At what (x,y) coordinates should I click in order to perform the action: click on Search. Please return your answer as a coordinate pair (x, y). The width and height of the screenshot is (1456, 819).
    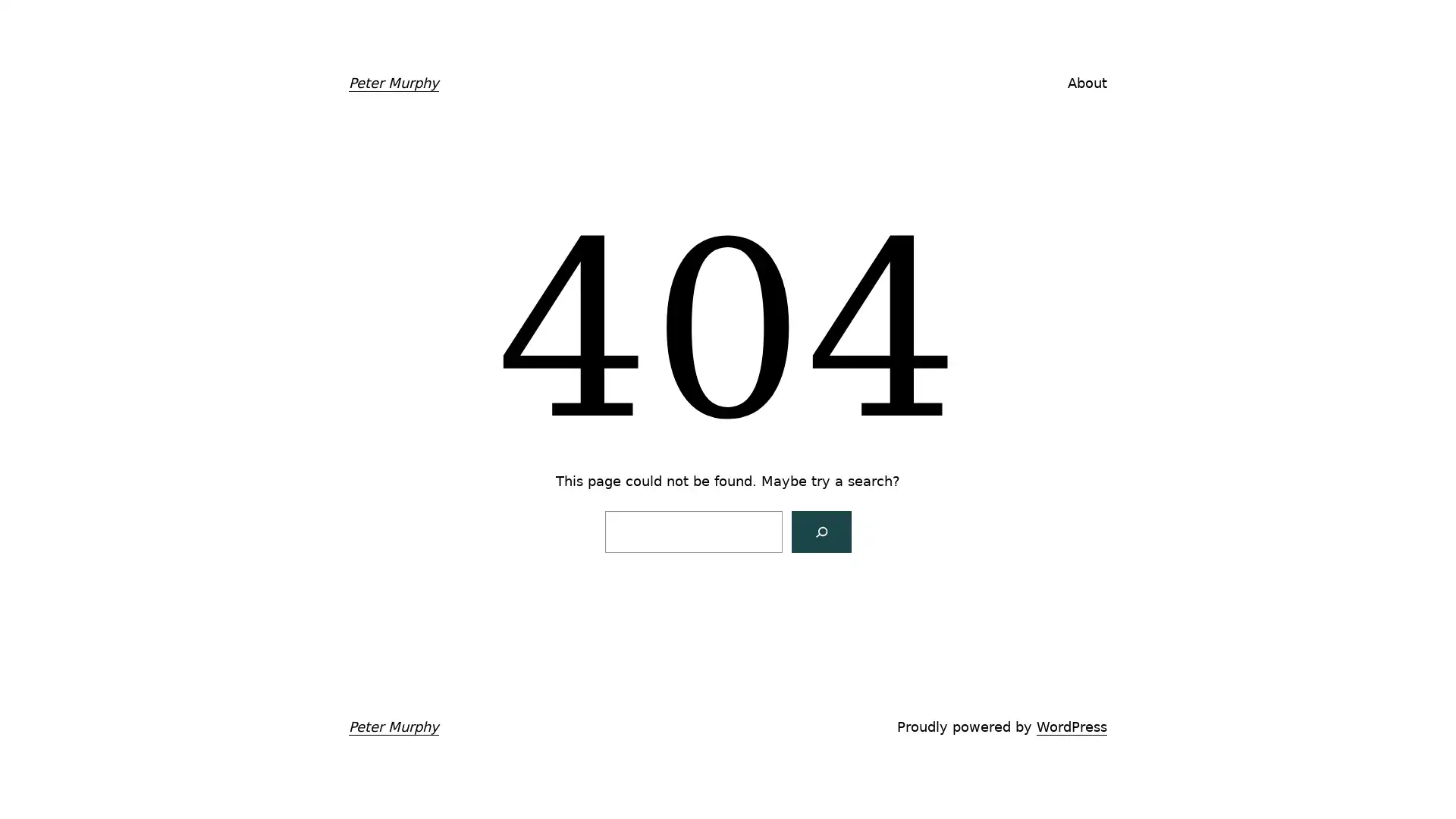
    Looking at the image, I should click on (820, 530).